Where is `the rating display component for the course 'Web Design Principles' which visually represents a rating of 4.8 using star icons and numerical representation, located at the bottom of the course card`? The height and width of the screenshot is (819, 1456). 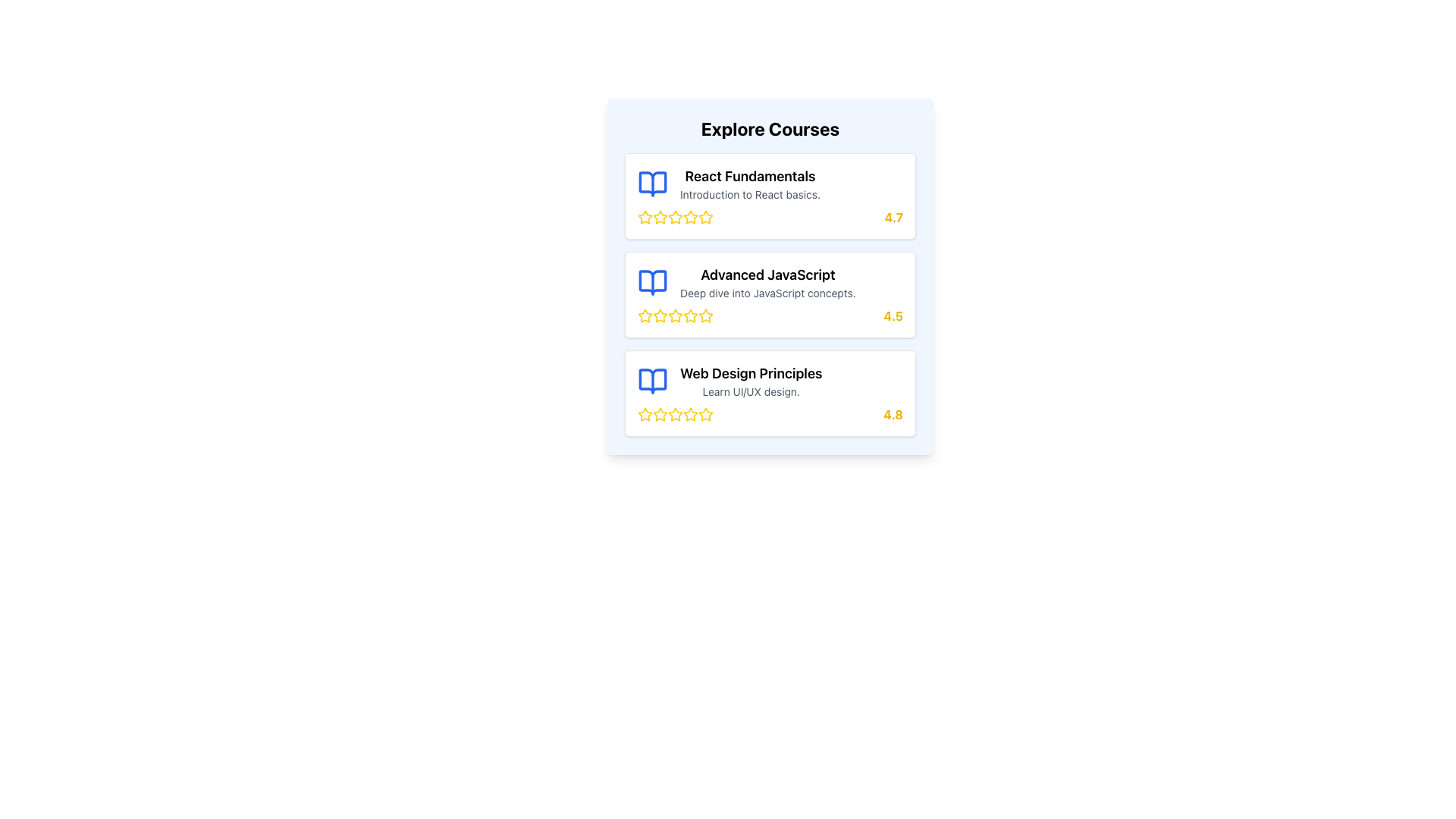
the rating display component for the course 'Web Design Principles' which visually represents a rating of 4.8 using star icons and numerical representation, located at the bottom of the course card is located at coordinates (770, 415).